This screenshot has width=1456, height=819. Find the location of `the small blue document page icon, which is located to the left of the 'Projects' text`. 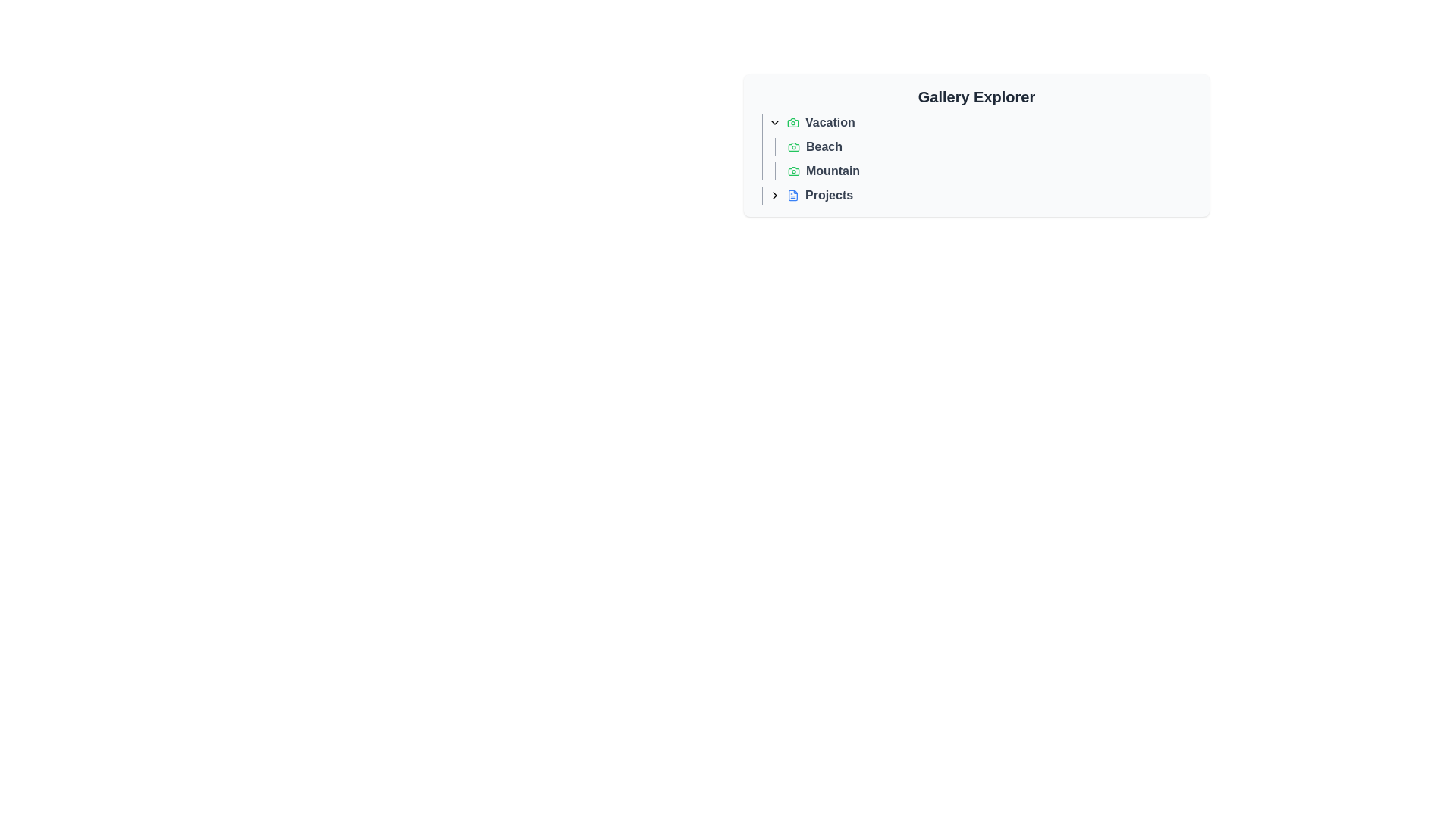

the small blue document page icon, which is located to the left of the 'Projects' text is located at coordinates (792, 195).